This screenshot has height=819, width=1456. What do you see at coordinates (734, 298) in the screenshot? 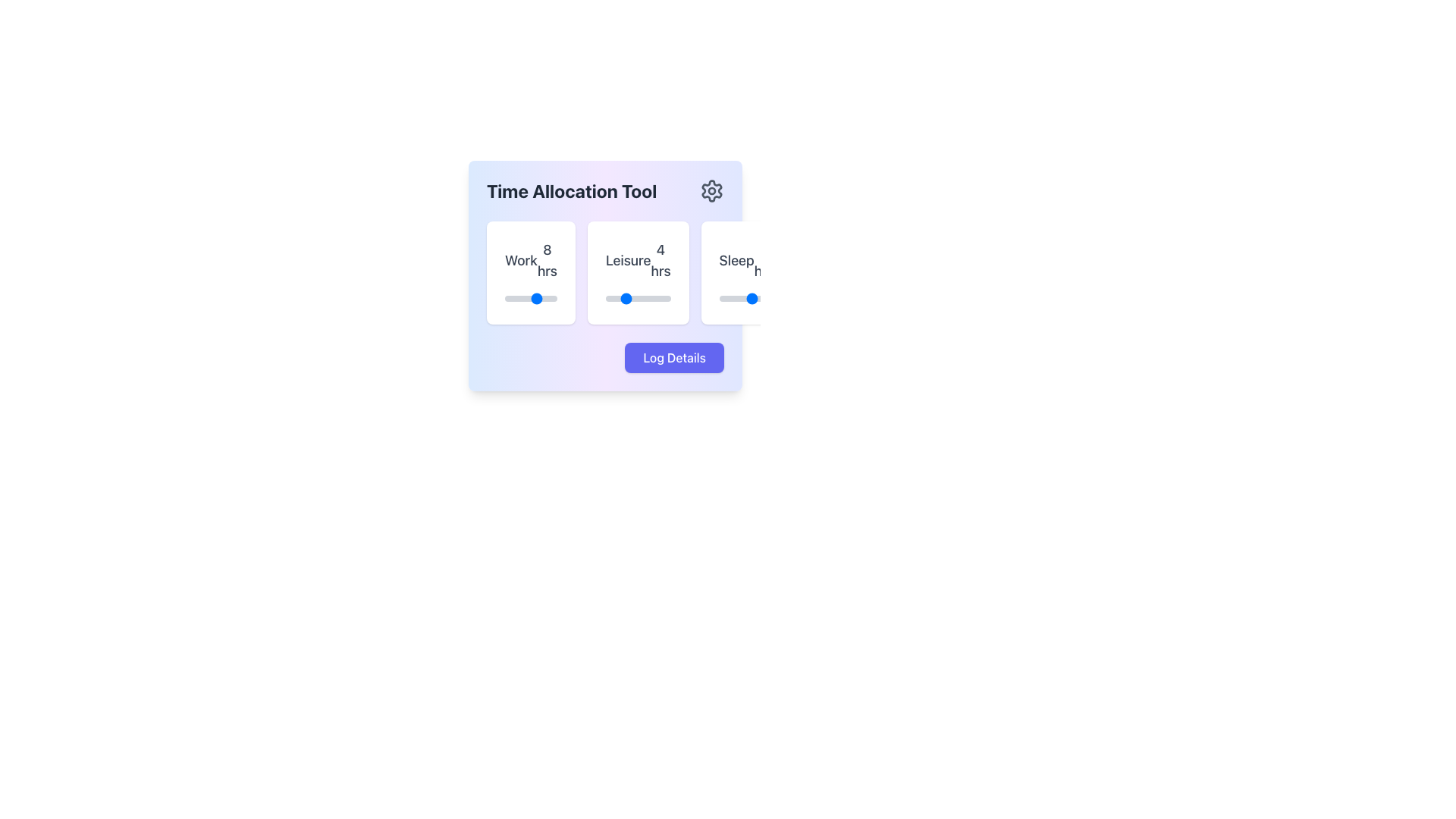
I see `sleep hours` at bounding box center [734, 298].